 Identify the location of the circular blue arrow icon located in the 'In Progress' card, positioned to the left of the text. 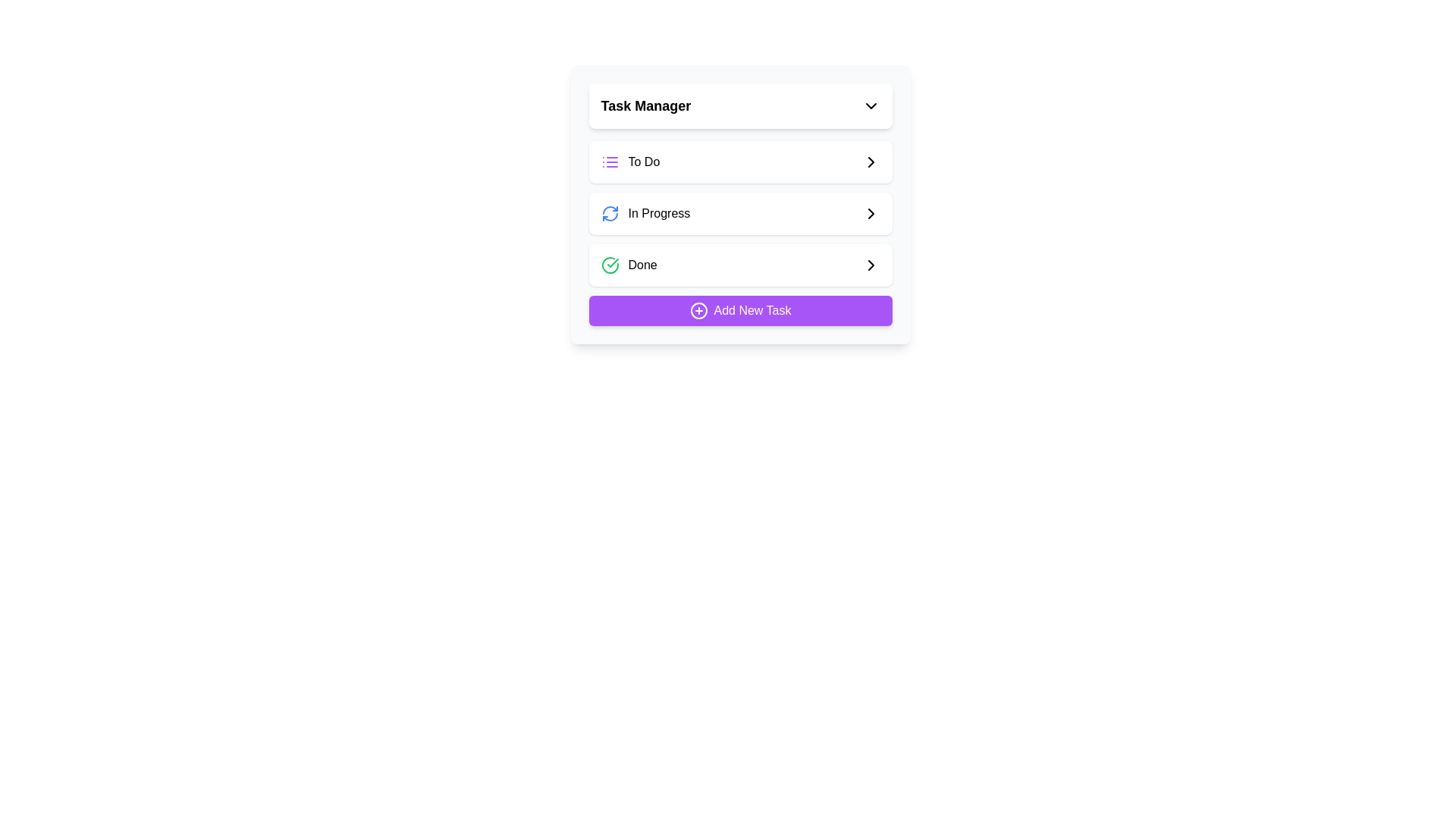
(610, 213).